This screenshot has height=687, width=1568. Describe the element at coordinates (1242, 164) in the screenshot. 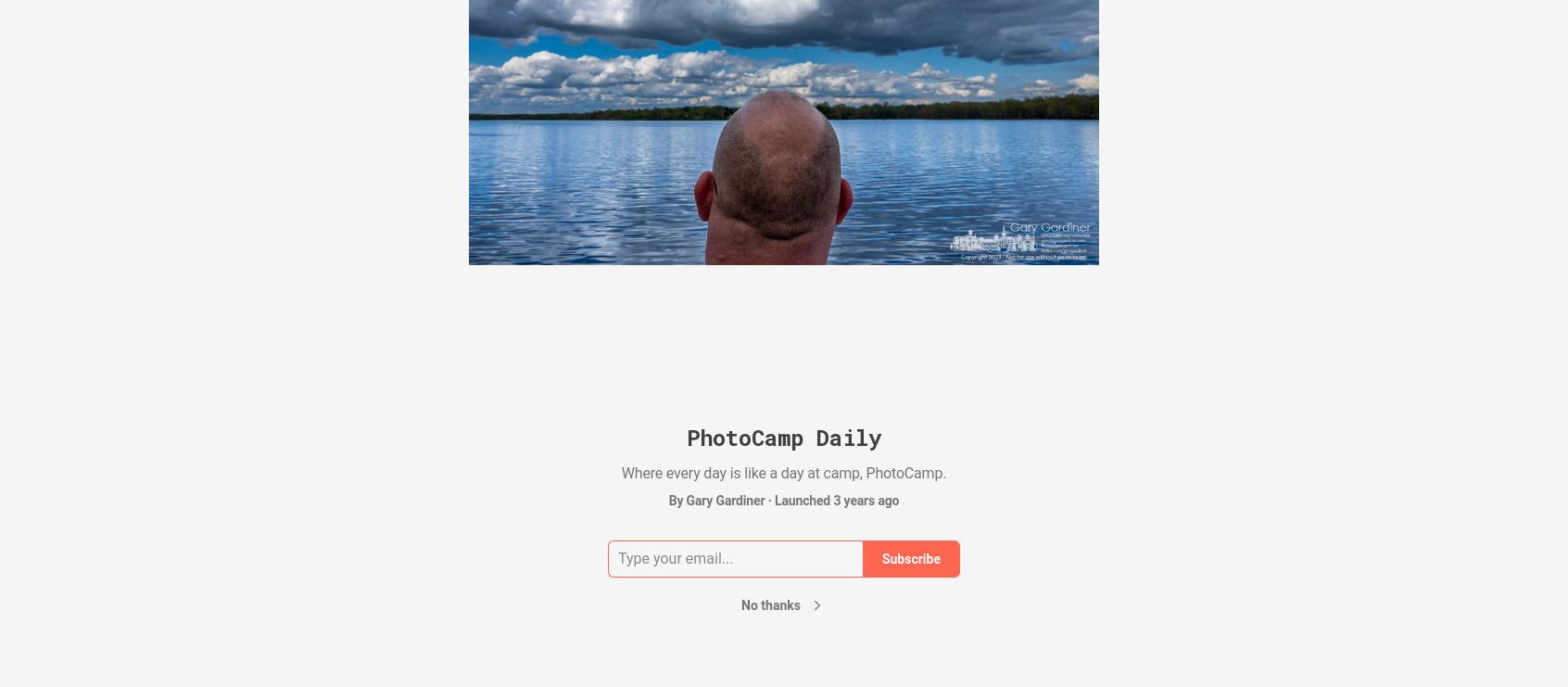

I see `'F8 - My Final Photo News'` at that location.